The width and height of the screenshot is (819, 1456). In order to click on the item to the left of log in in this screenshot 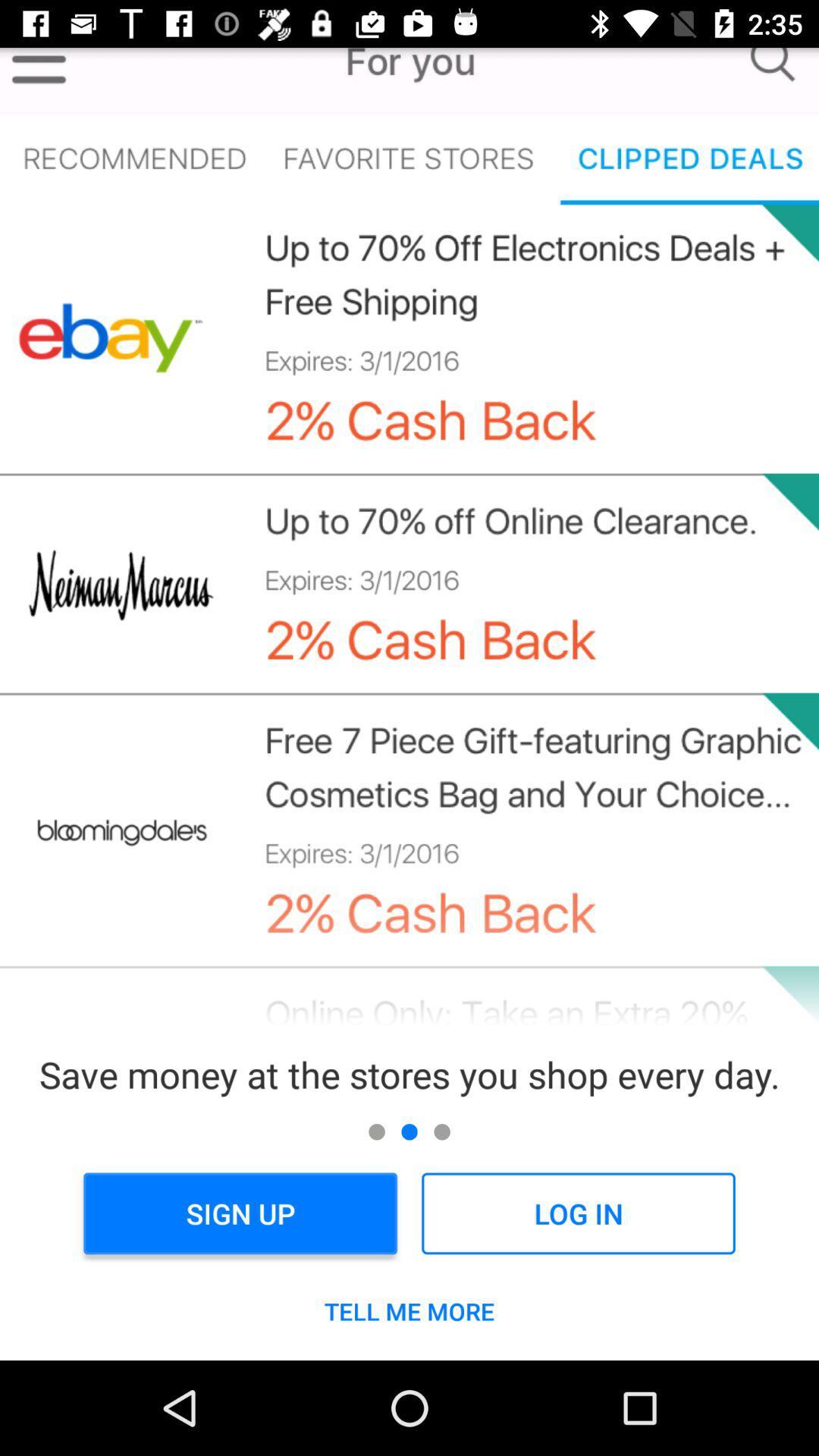, I will do `click(240, 1213)`.